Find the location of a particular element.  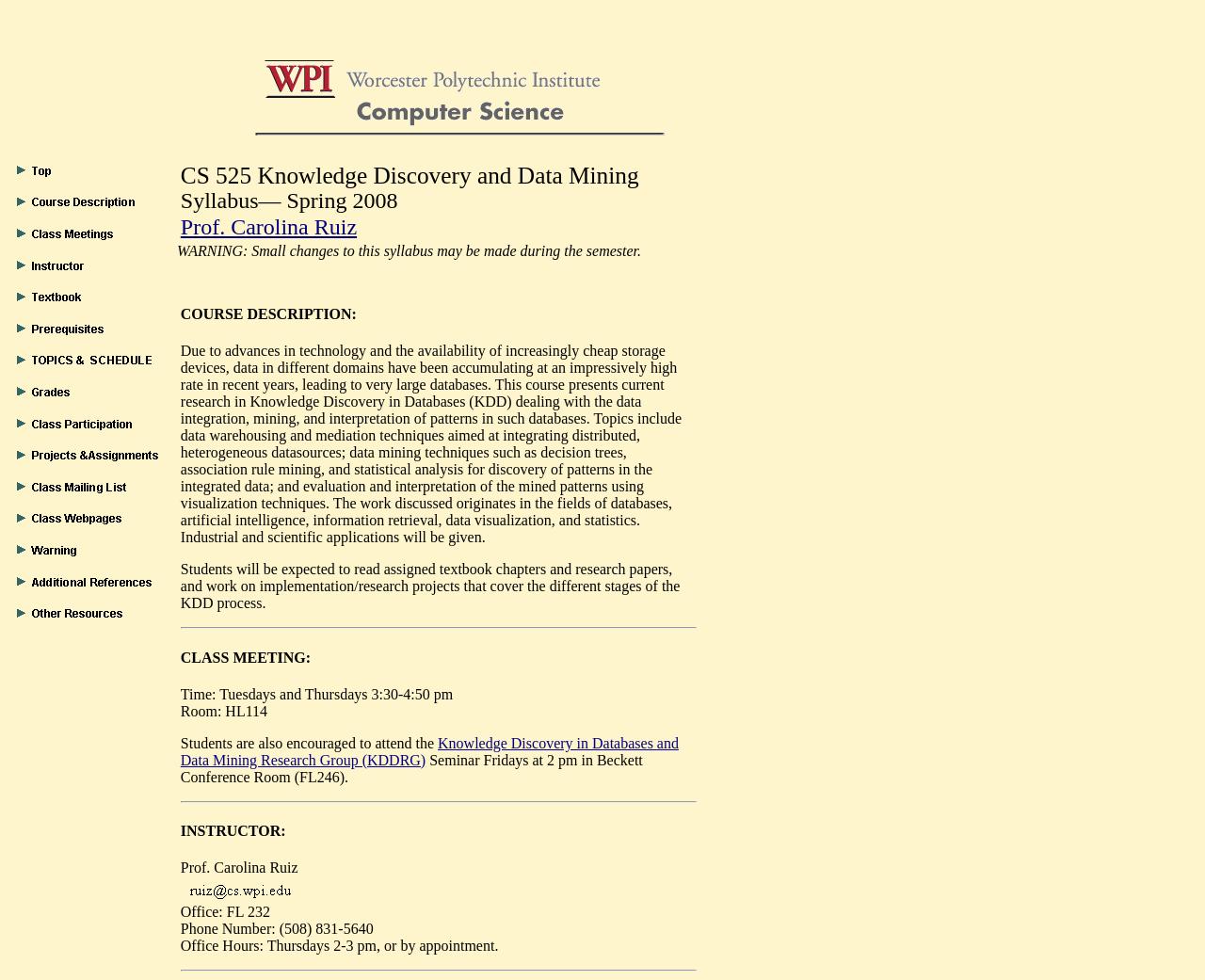

'WARNING: Small changes to this syllabus may be made during the semester.' is located at coordinates (408, 249).